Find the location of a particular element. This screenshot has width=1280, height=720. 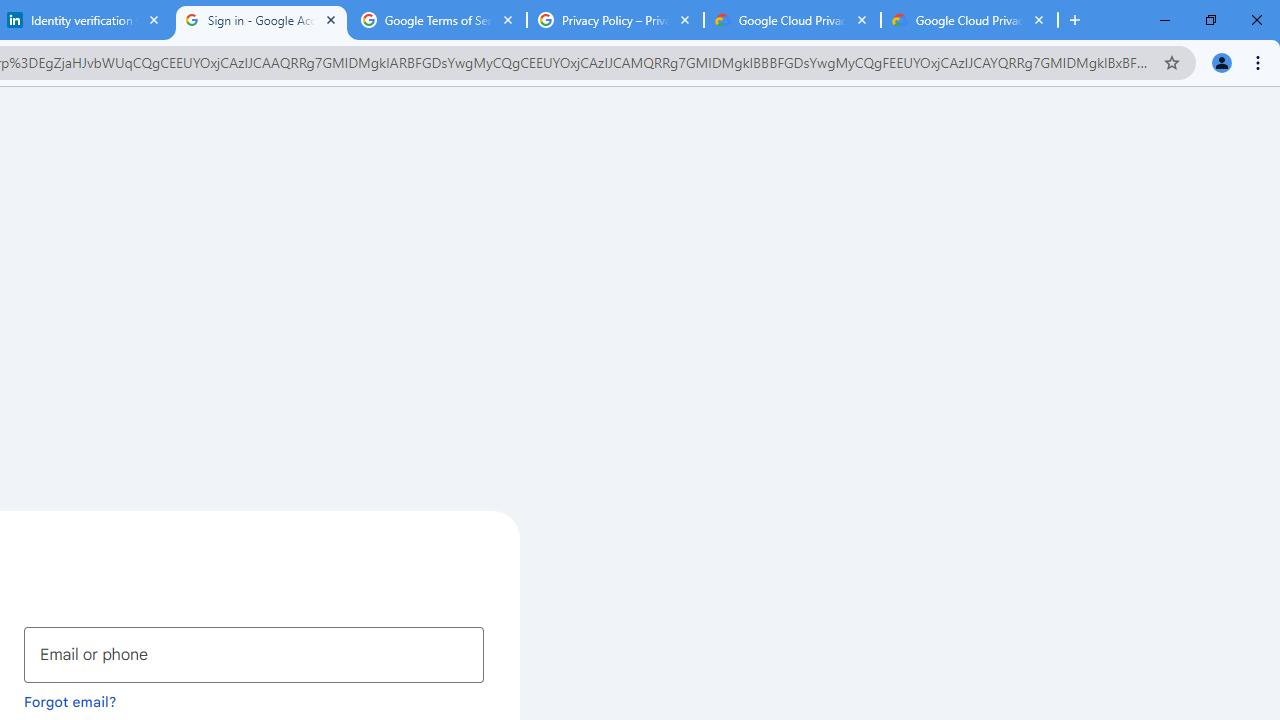

'Forgot email?' is located at coordinates (70, 700).